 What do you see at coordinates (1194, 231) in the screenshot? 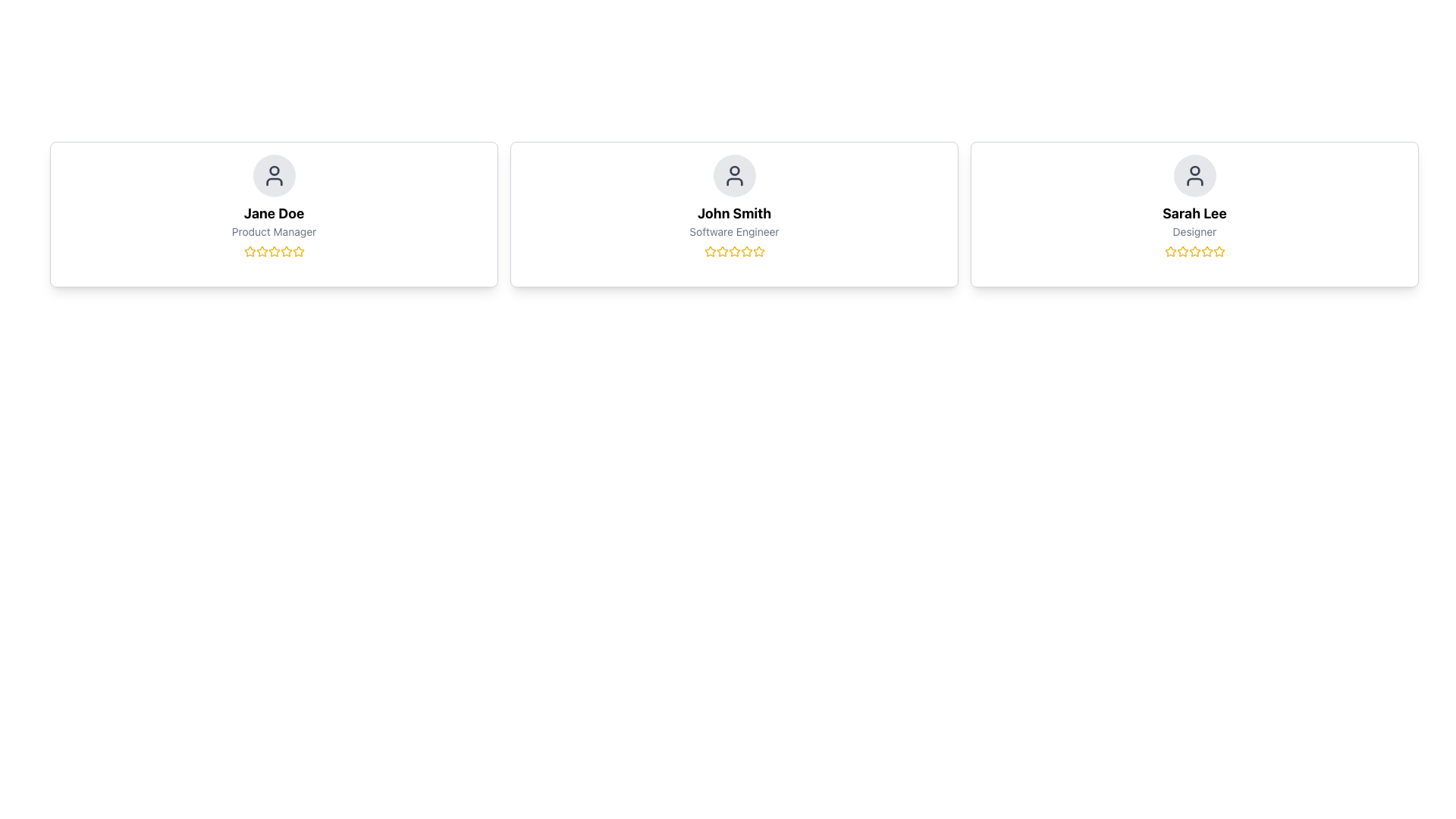
I see `the text label indicating the job title of the person in the third card from the left, located below the name 'Sarah Lee' and above the rating section` at bounding box center [1194, 231].